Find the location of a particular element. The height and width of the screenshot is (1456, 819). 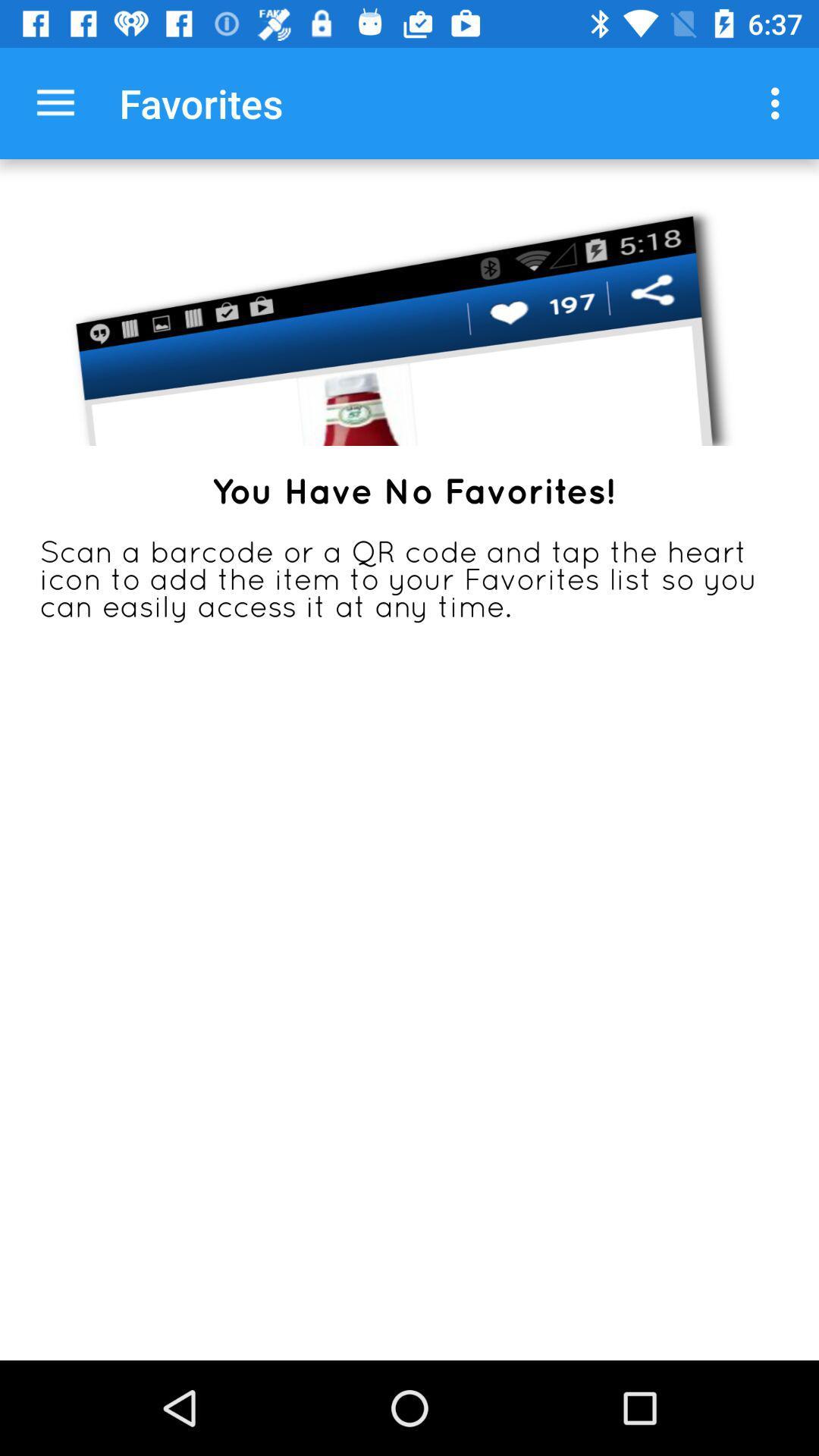

item at the top right corner is located at coordinates (779, 102).